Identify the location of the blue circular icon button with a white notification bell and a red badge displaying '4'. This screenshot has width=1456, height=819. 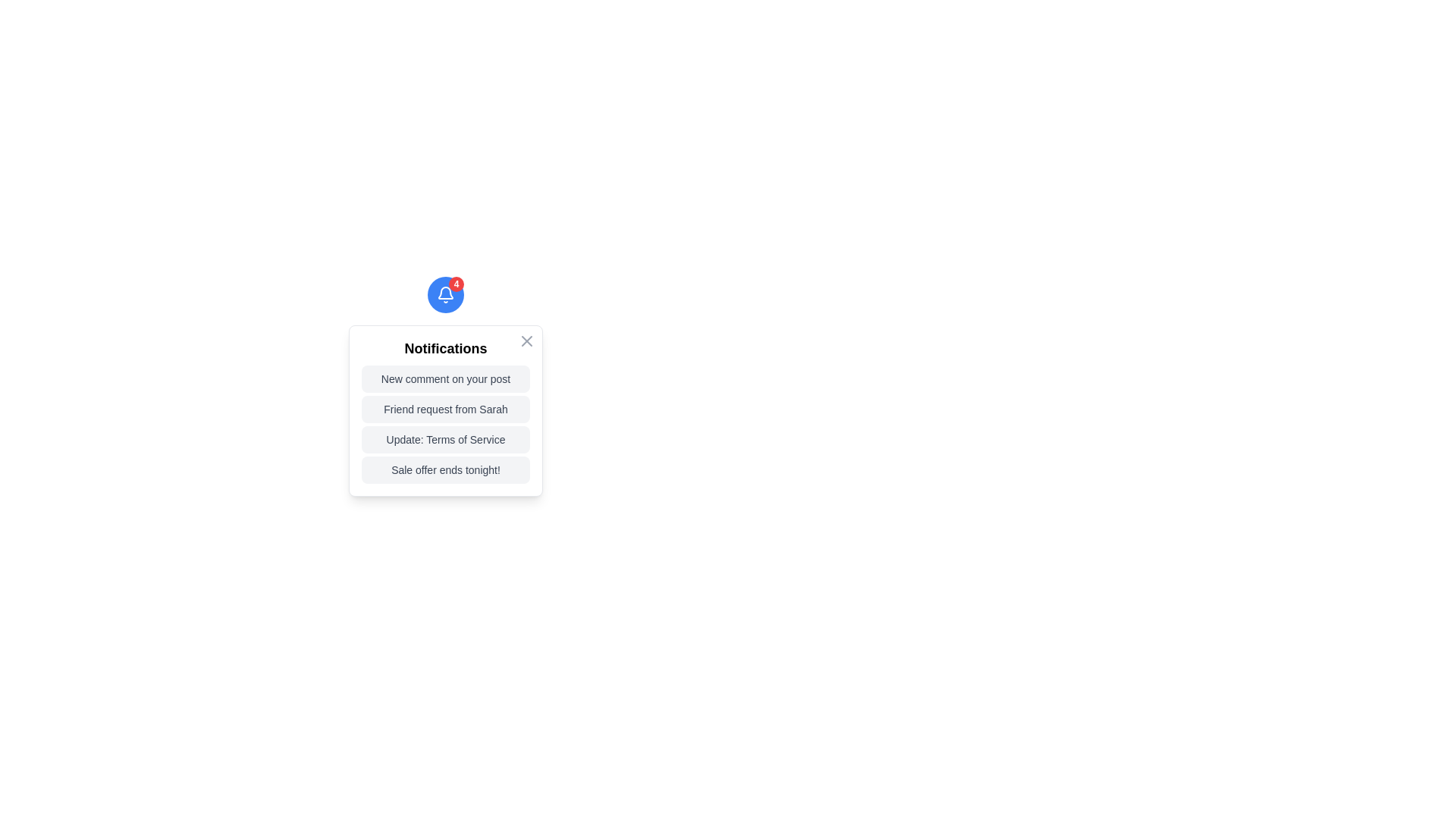
(445, 295).